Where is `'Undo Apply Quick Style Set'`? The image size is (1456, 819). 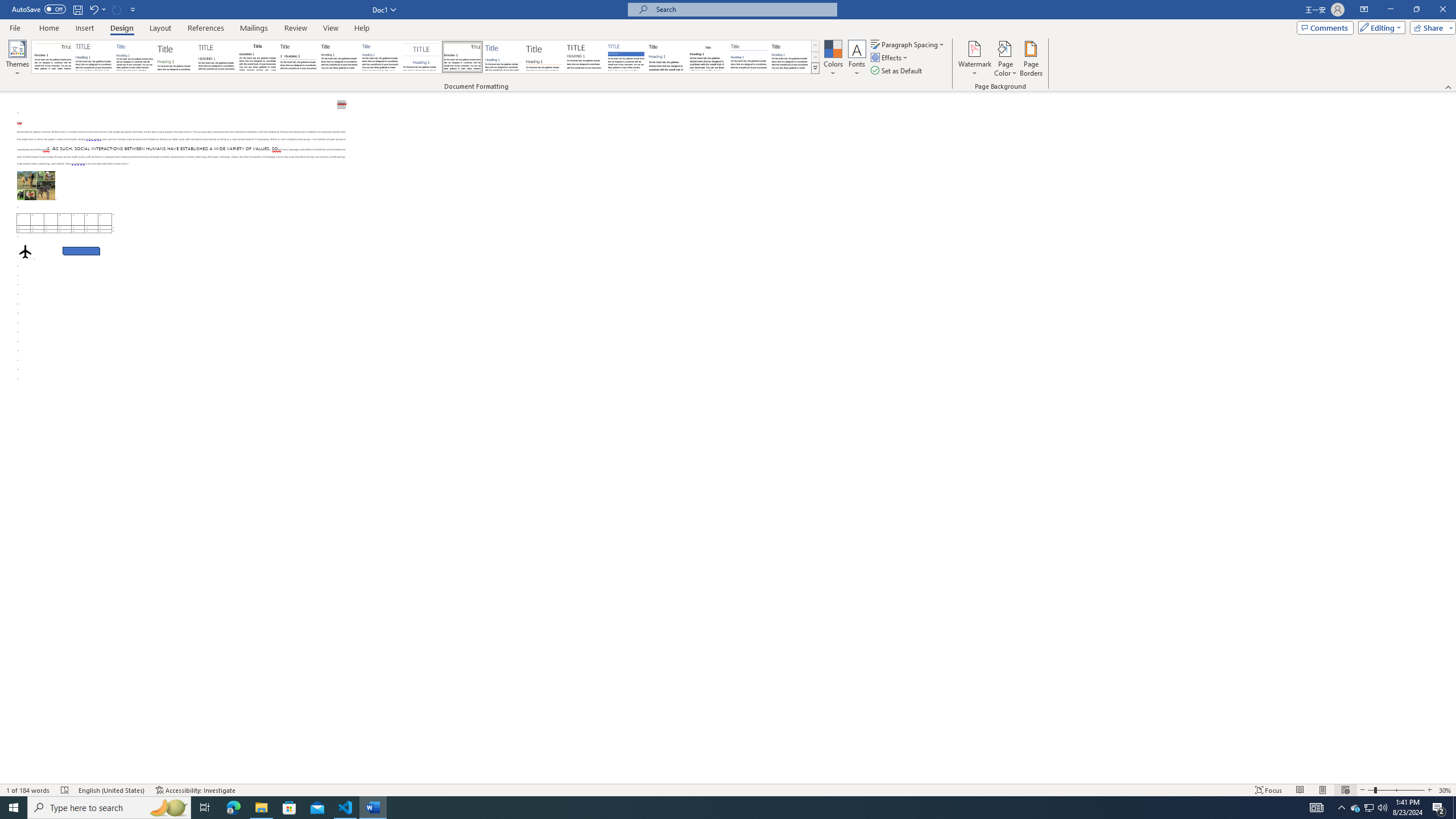 'Undo Apply Quick Style Set' is located at coordinates (93, 9).